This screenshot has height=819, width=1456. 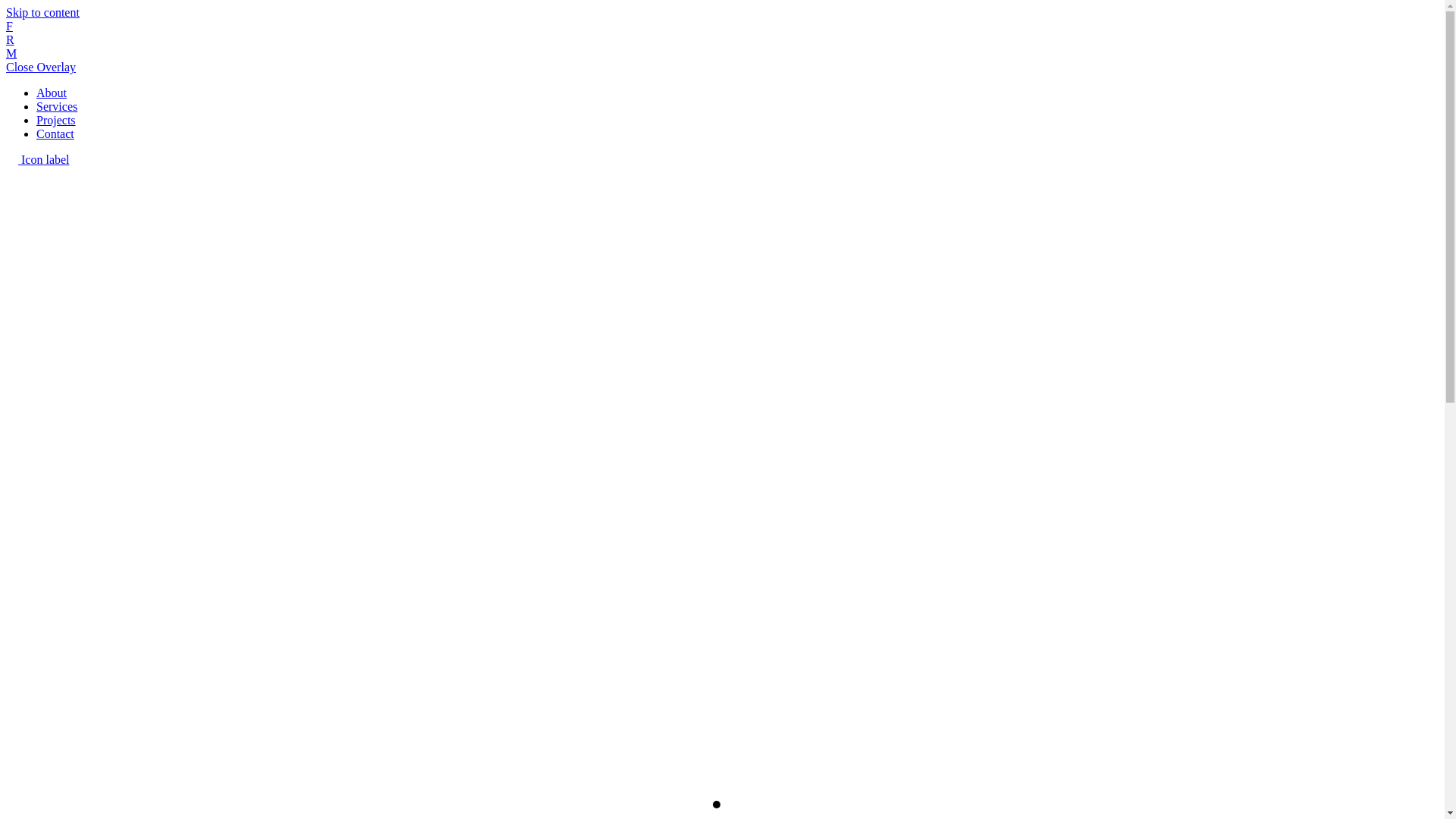 I want to click on 'Projects', so click(x=36, y=119).